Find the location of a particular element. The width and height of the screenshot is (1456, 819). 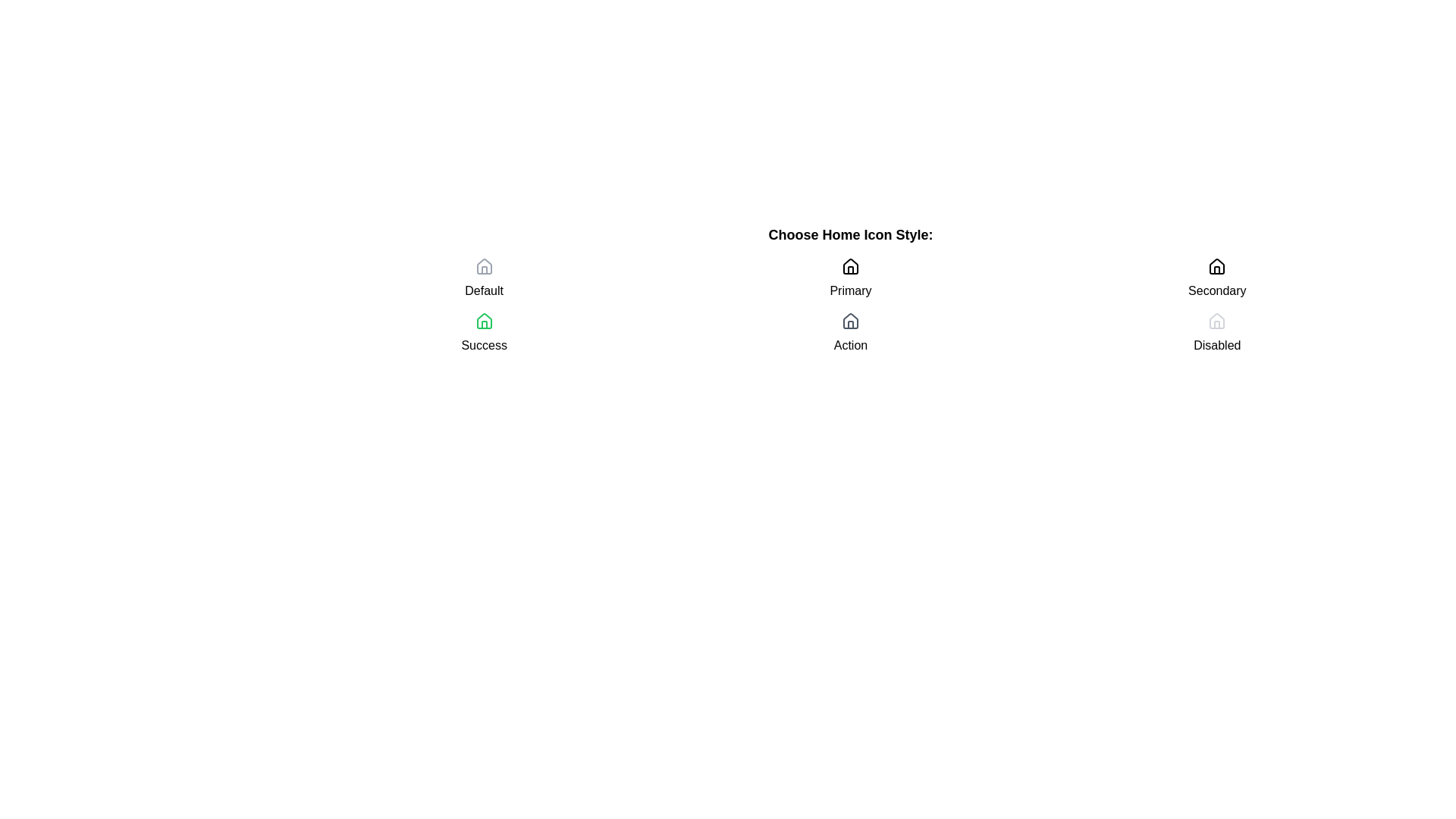

the house icon, which is styled in a modern line-art design and is the first element in the vertical arrangement labeled 'Primary' is located at coordinates (851, 265).